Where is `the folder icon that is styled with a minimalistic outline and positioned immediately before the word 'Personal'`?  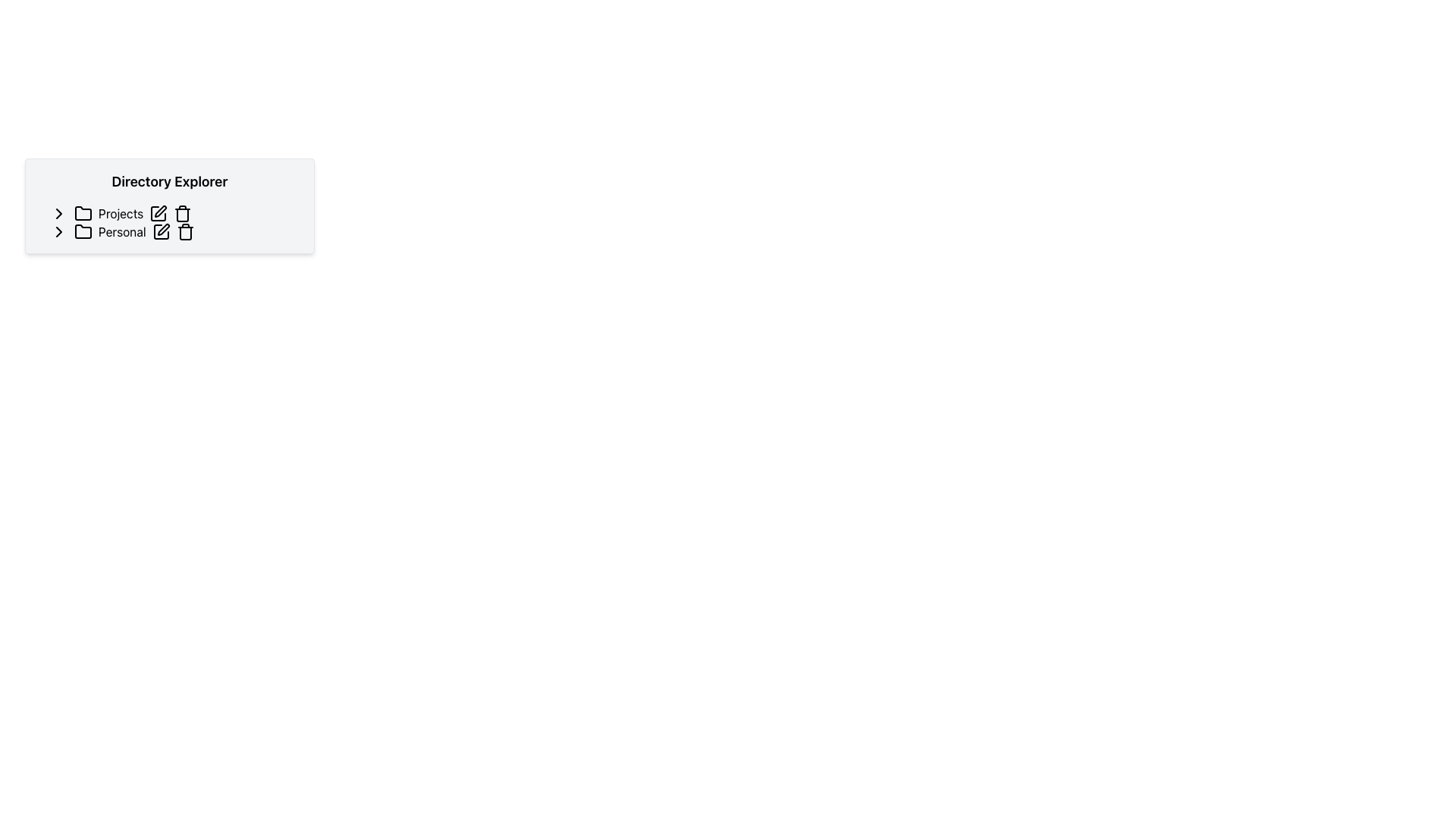 the folder icon that is styled with a minimalistic outline and positioned immediately before the word 'Personal' is located at coordinates (83, 231).